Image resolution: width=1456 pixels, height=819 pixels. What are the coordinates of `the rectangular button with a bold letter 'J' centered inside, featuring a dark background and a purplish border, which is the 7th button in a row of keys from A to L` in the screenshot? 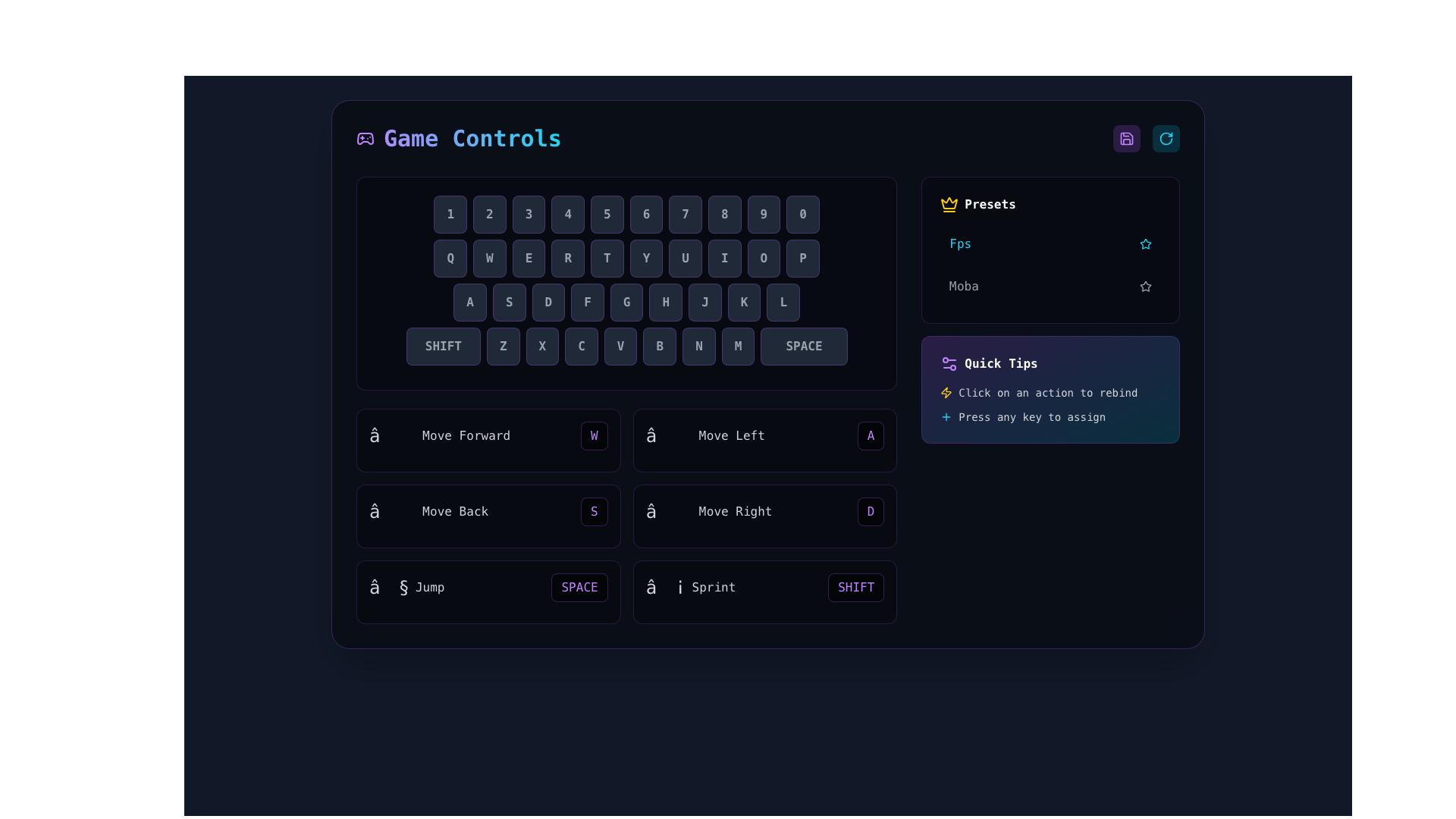 It's located at (704, 302).